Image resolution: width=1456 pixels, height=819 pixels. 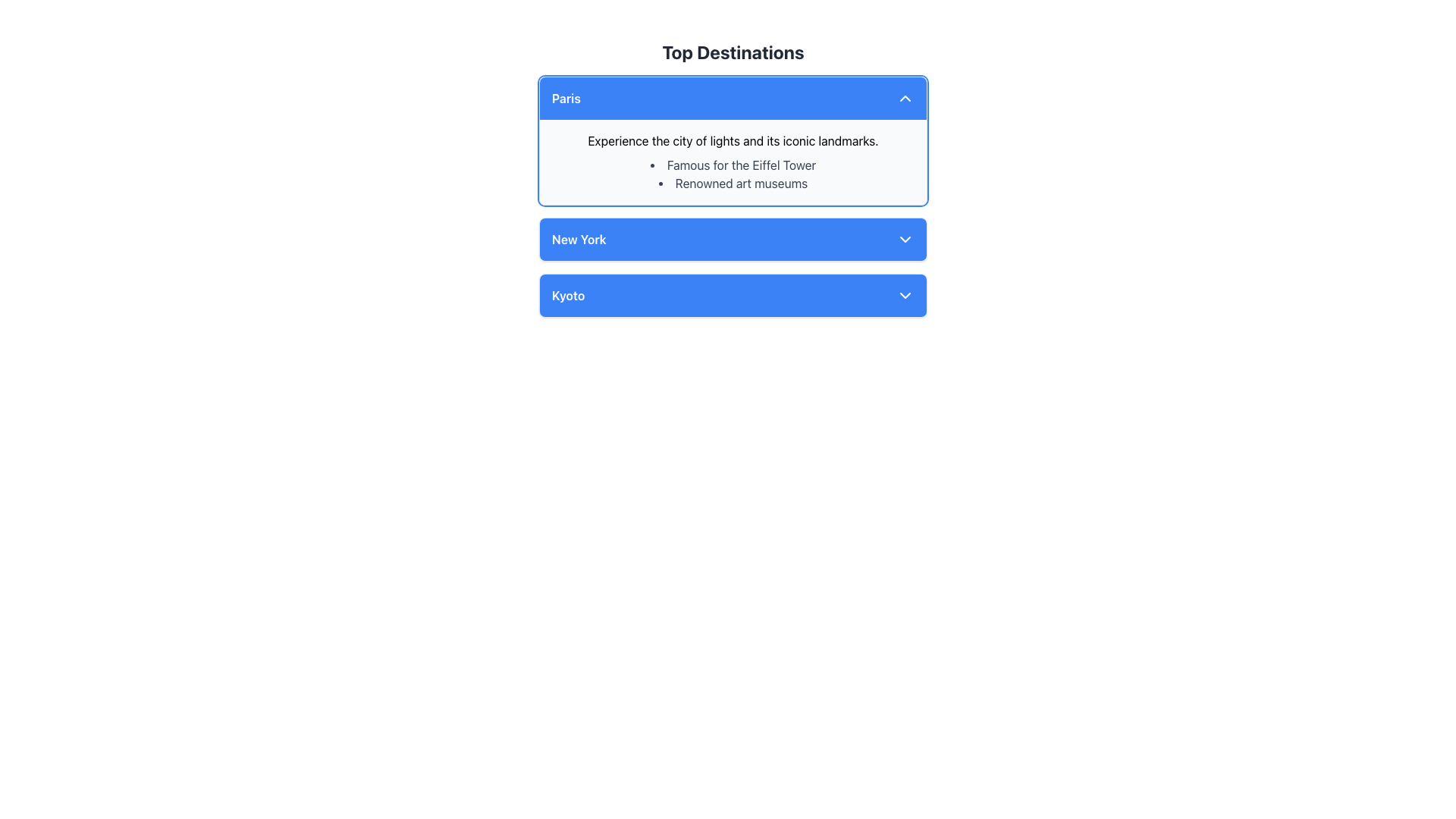 What do you see at coordinates (733, 239) in the screenshot?
I see `the blue button labeled 'New York'` at bounding box center [733, 239].